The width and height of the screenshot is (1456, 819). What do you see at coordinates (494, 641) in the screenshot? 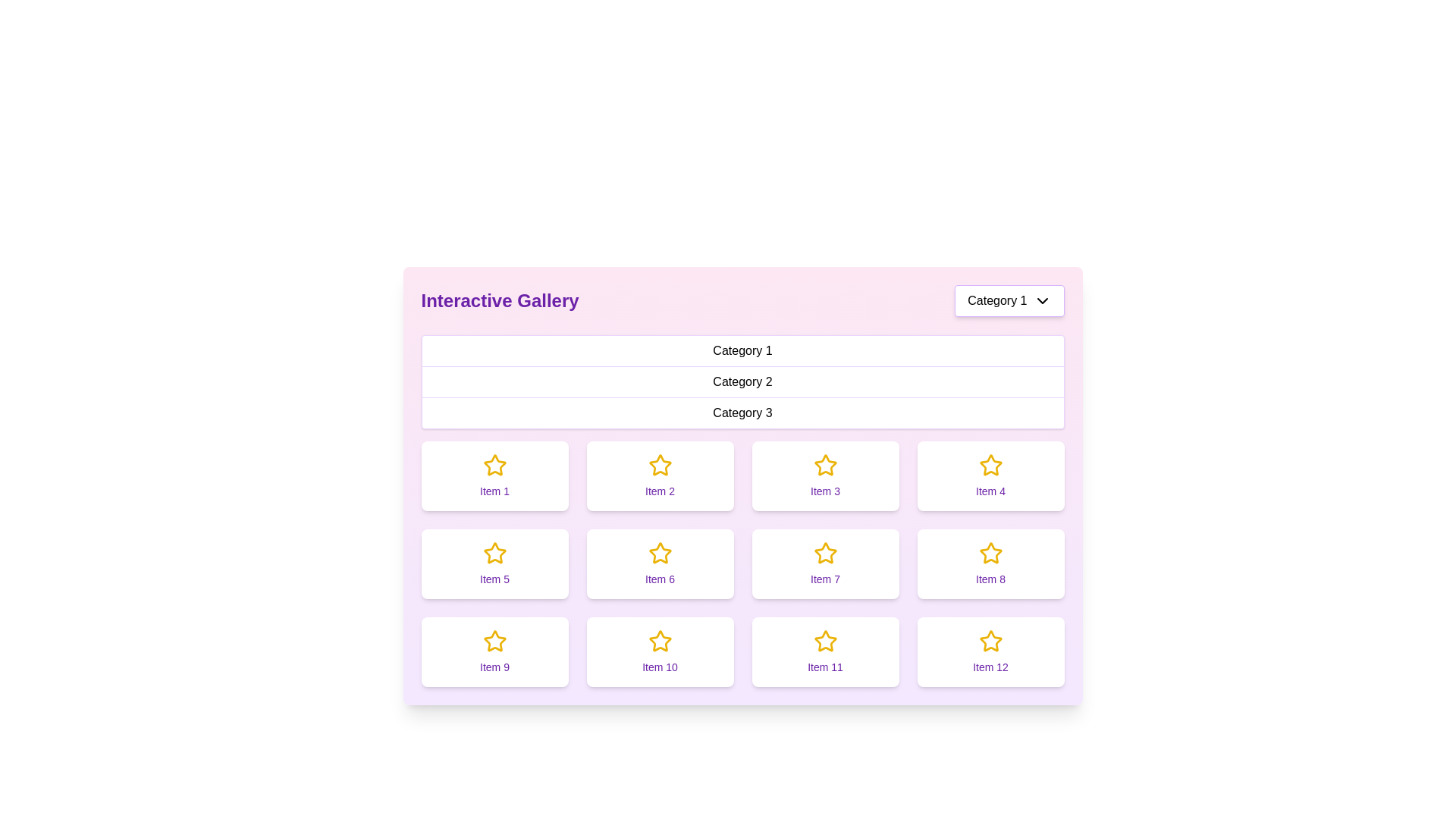
I see `the star-shaped icon with a yellow outline located in the middle of the white card labeled 'Item 9'` at bounding box center [494, 641].